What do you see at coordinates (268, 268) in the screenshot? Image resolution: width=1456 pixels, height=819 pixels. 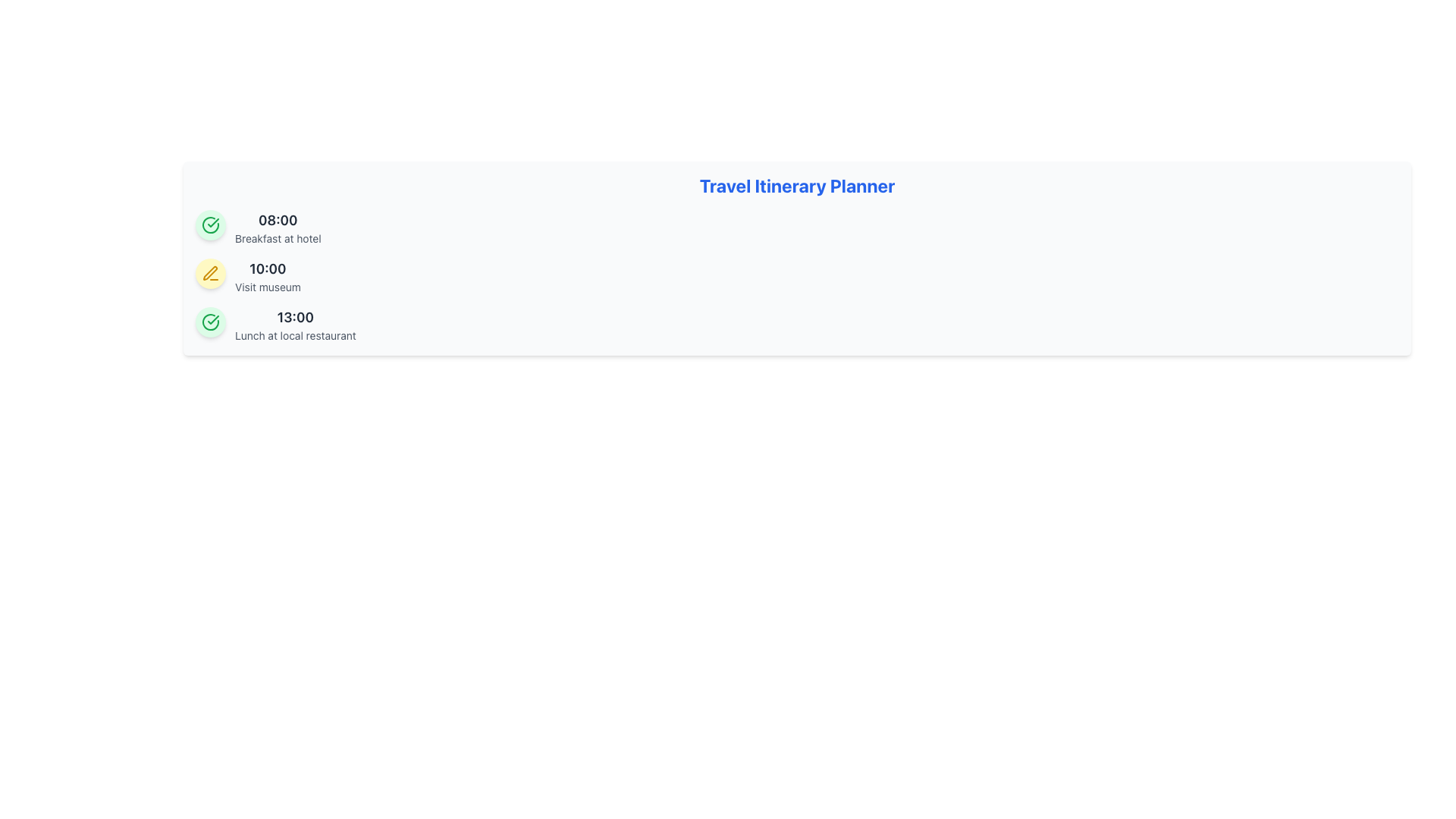 I see `the second time indicator text element which is positioned above the 'Visit museum' text in the schedule interface` at bounding box center [268, 268].